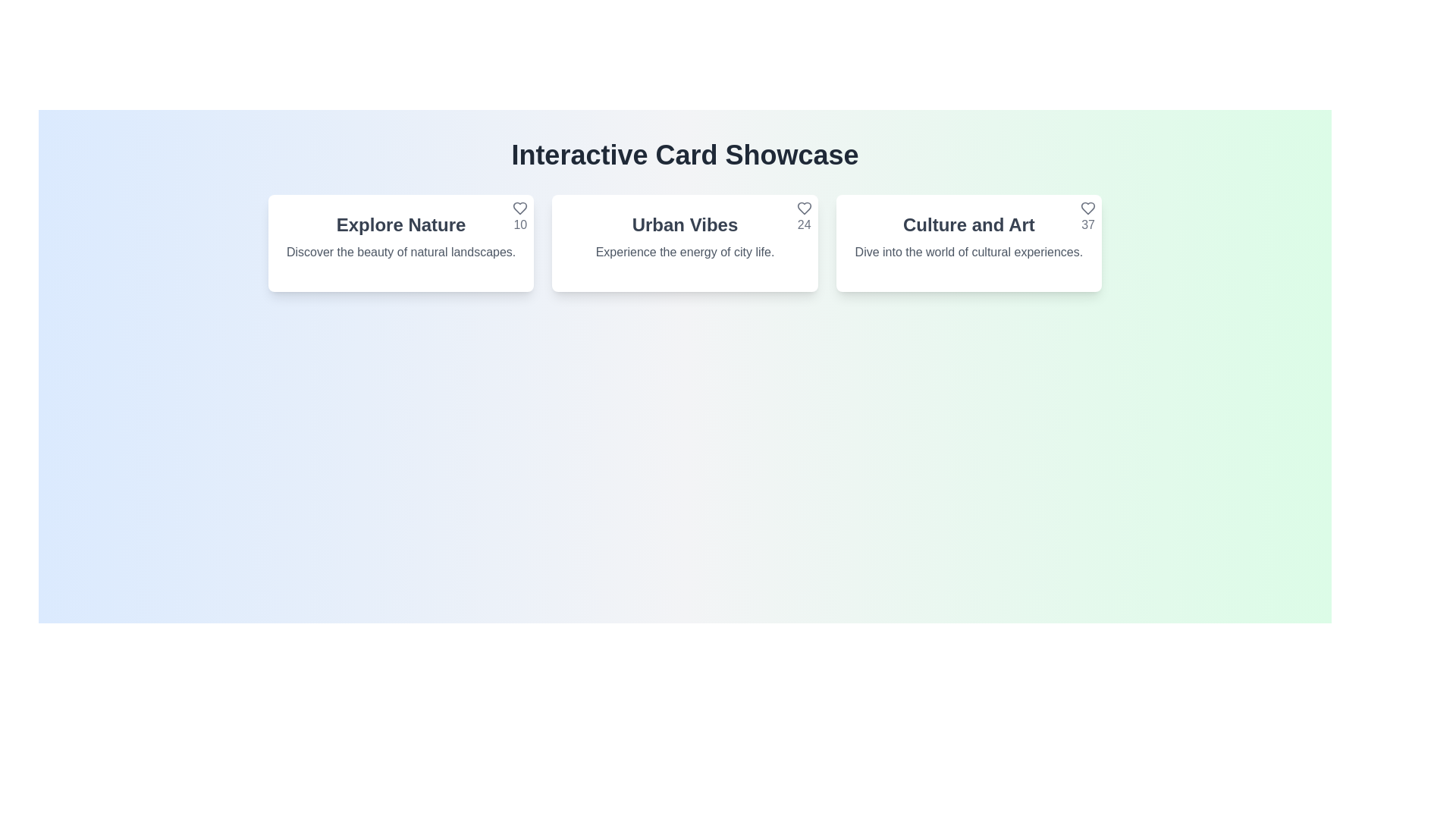  I want to click on the heart-shaped vector icon located in the top-right corner of the 'Culture and Art' card, adjacent to the numeric text '37', so click(1087, 208).